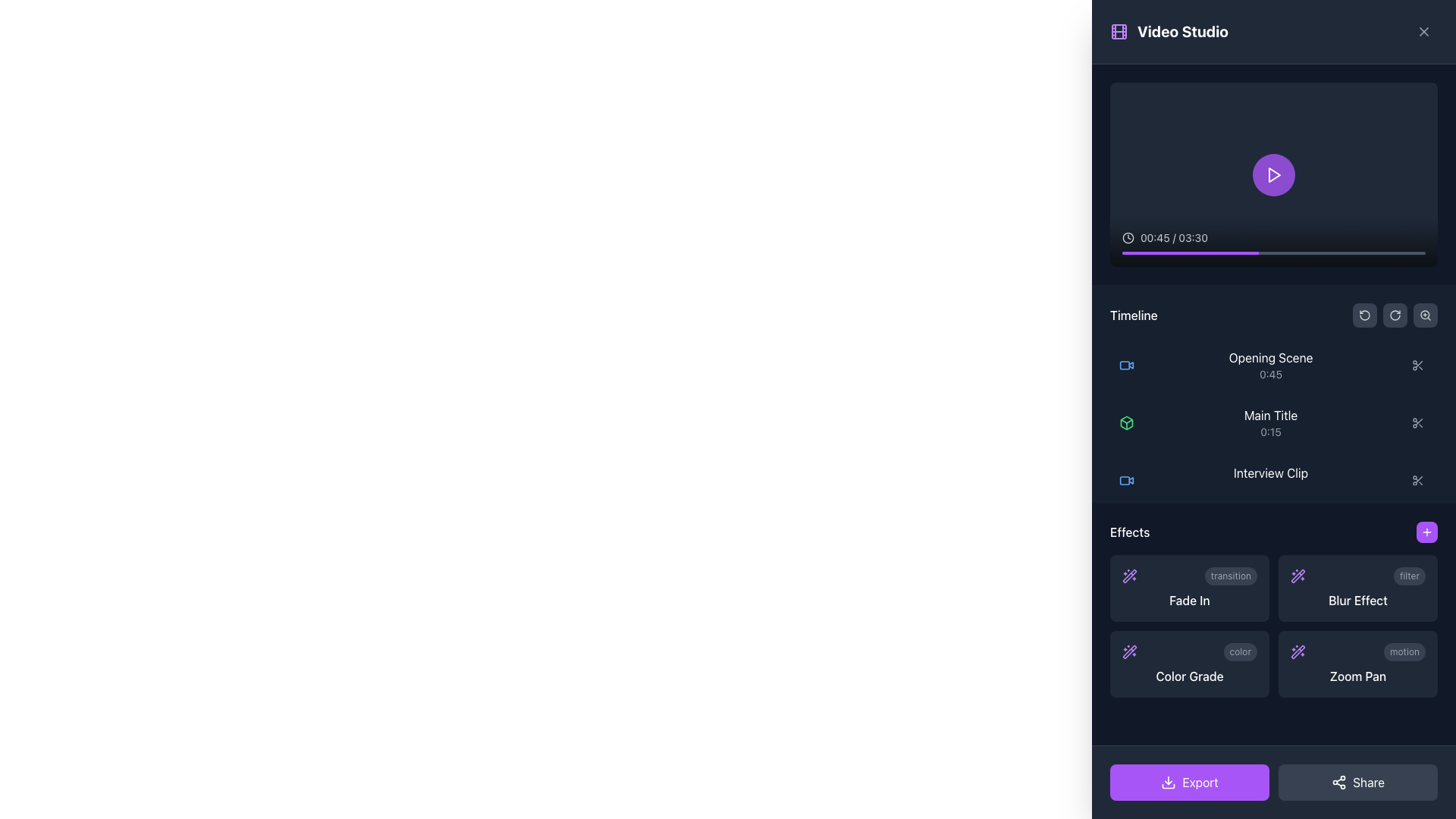 The width and height of the screenshot is (1456, 819). Describe the element at coordinates (1274, 242) in the screenshot. I see `the progress bar located at the bottom section of the video preview box to adjust the video playback position` at that location.